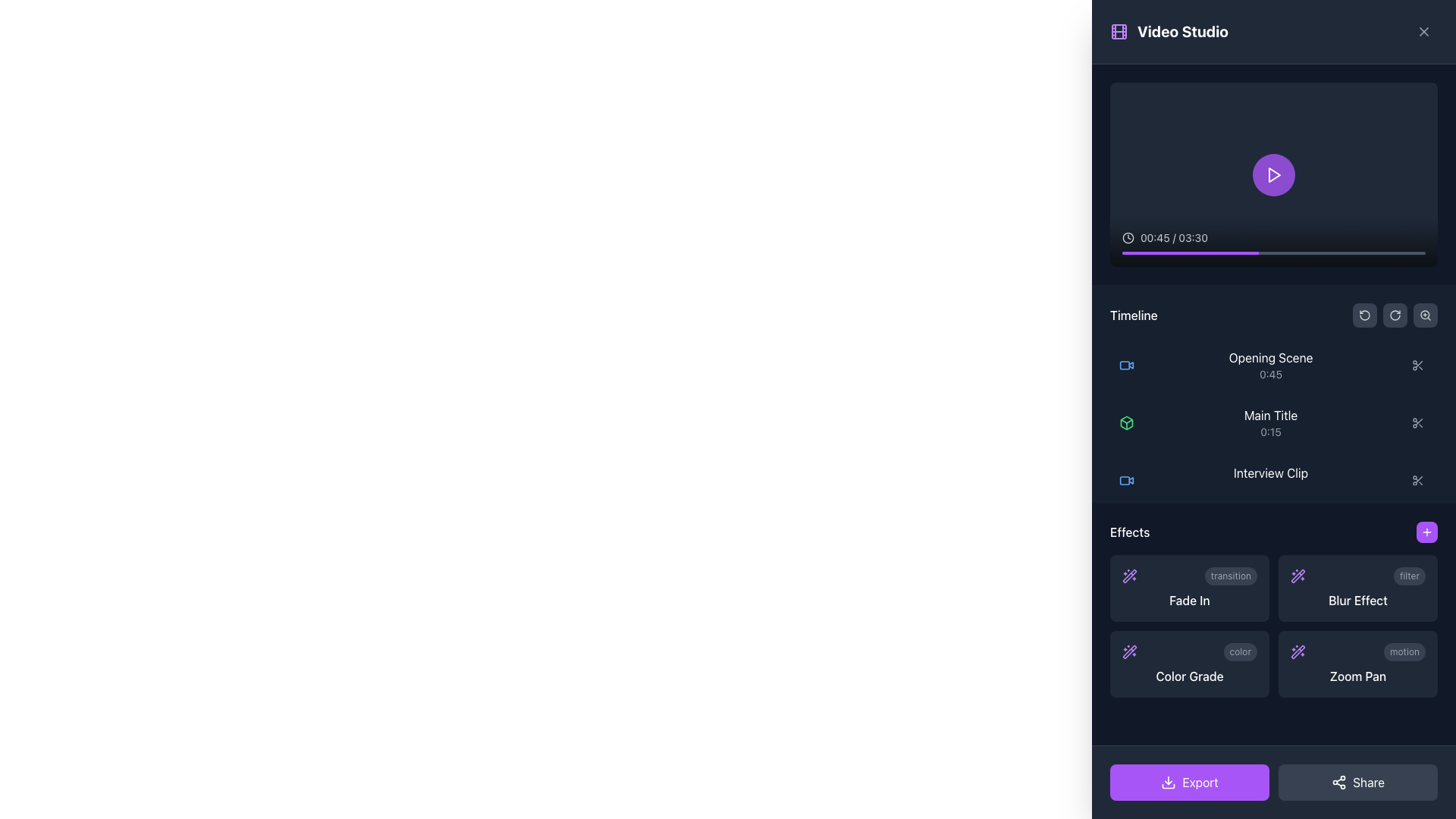 The width and height of the screenshot is (1456, 819). Describe the element at coordinates (1274, 242) in the screenshot. I see `the progress bar located at the bottom section of the video preview box to adjust the video playback position` at that location.